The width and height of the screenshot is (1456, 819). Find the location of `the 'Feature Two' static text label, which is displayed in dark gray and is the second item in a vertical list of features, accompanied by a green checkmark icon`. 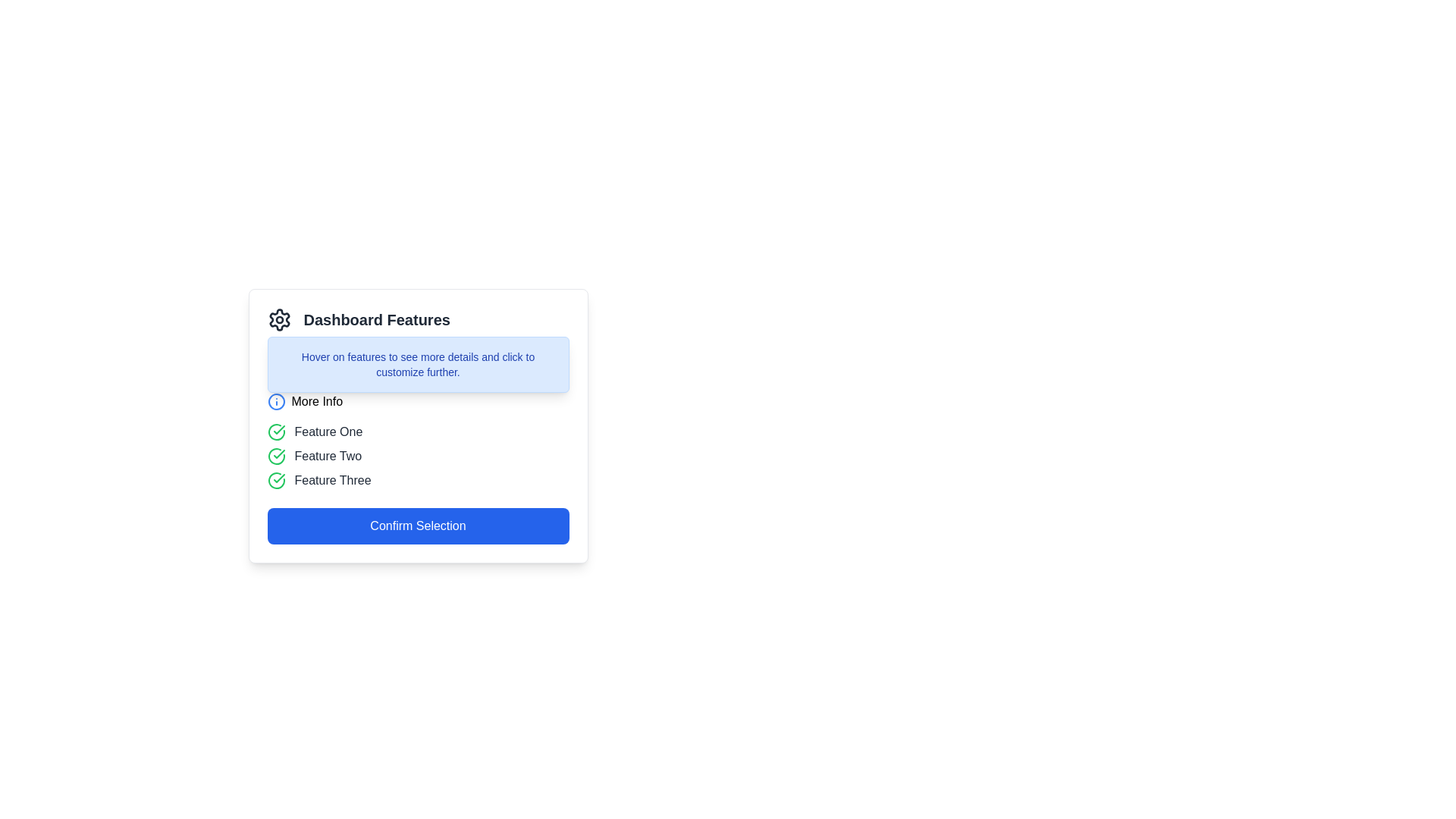

the 'Feature Two' static text label, which is displayed in dark gray and is the second item in a vertical list of features, accompanied by a green checkmark icon is located at coordinates (327, 455).